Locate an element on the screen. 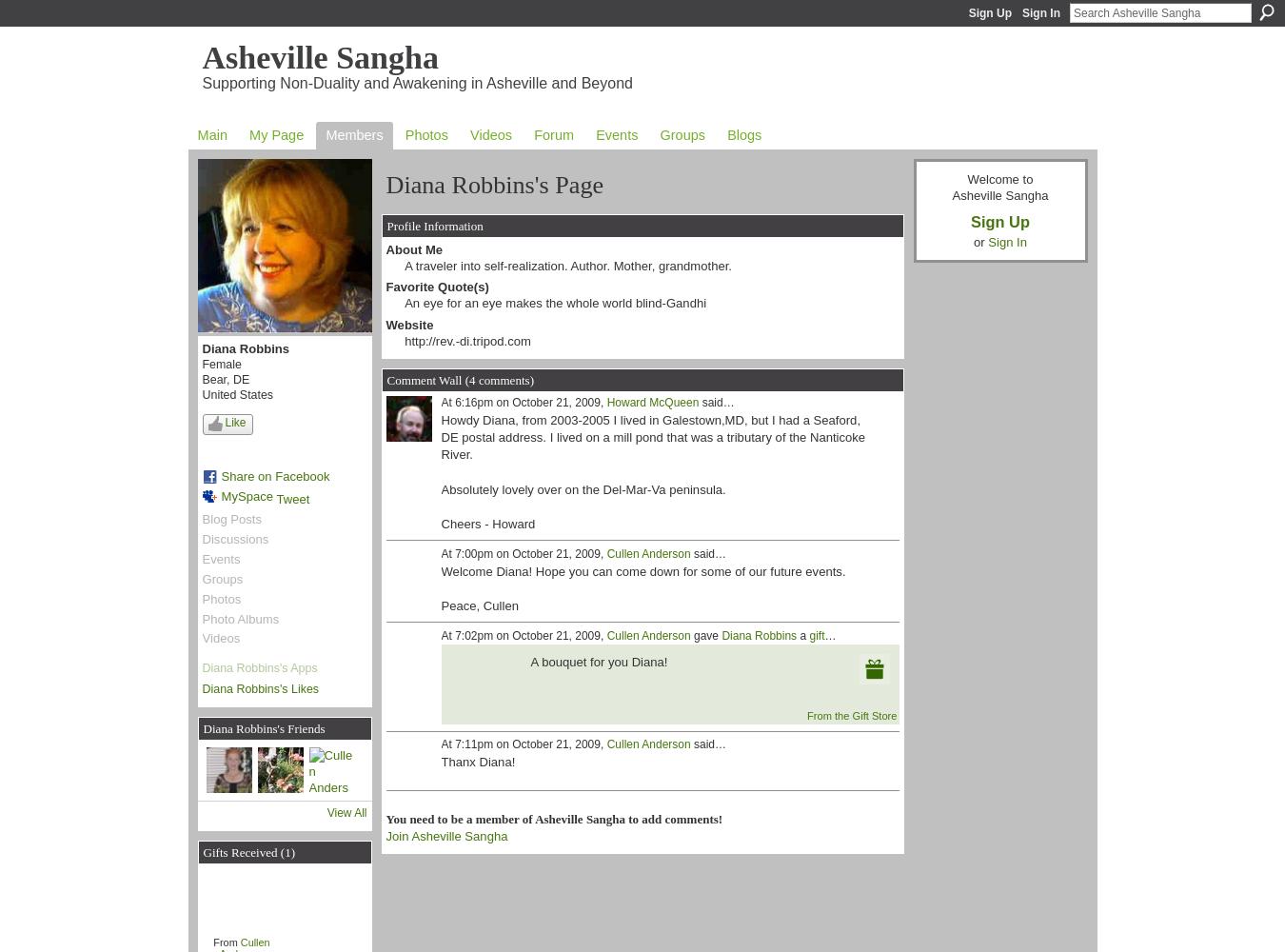 This screenshot has height=952, width=1285. 'Diana Robbins's Apps' is located at coordinates (201, 667).